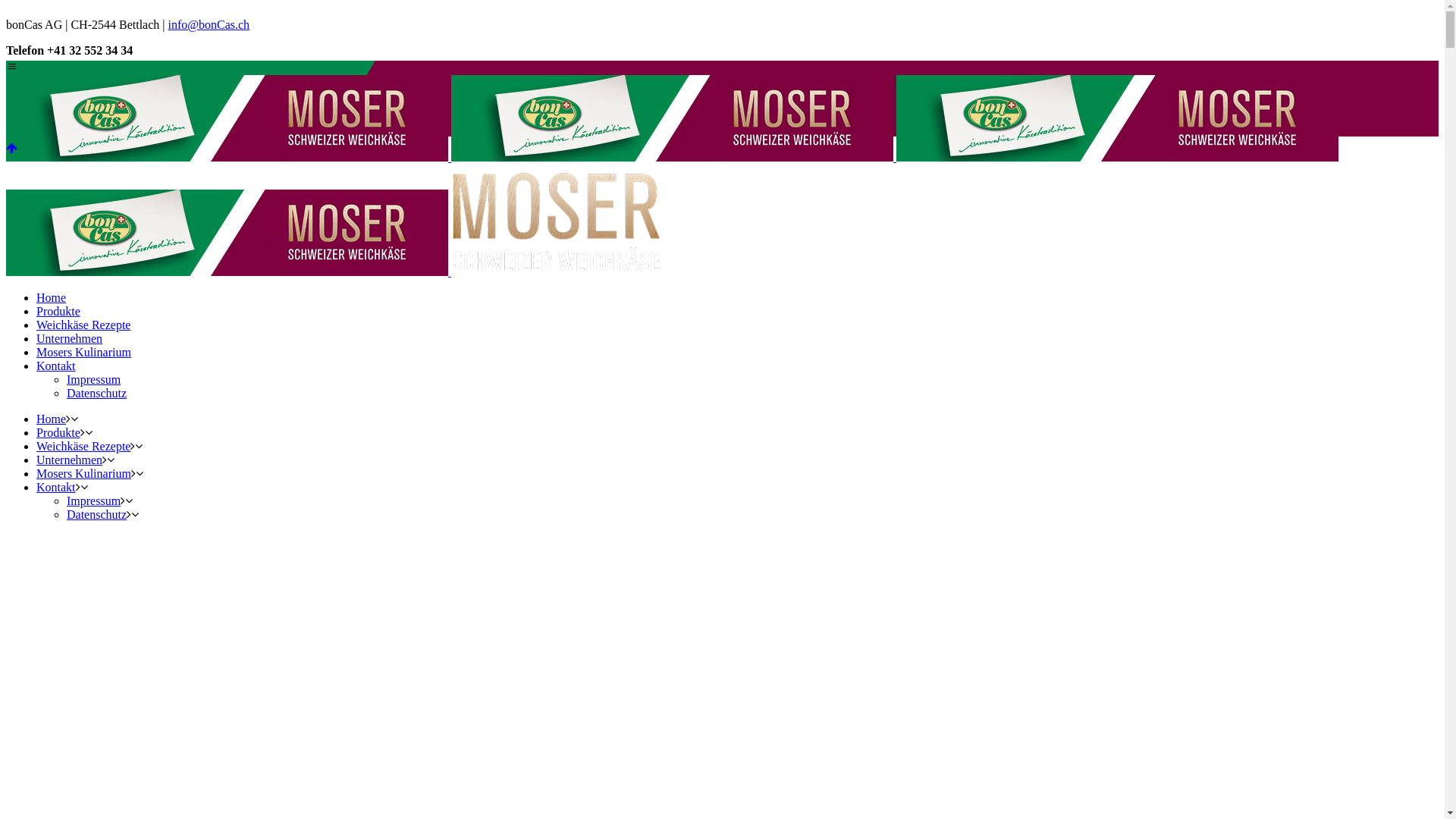 The width and height of the screenshot is (1456, 819). What do you see at coordinates (58, 310) in the screenshot?
I see `'Produkte'` at bounding box center [58, 310].